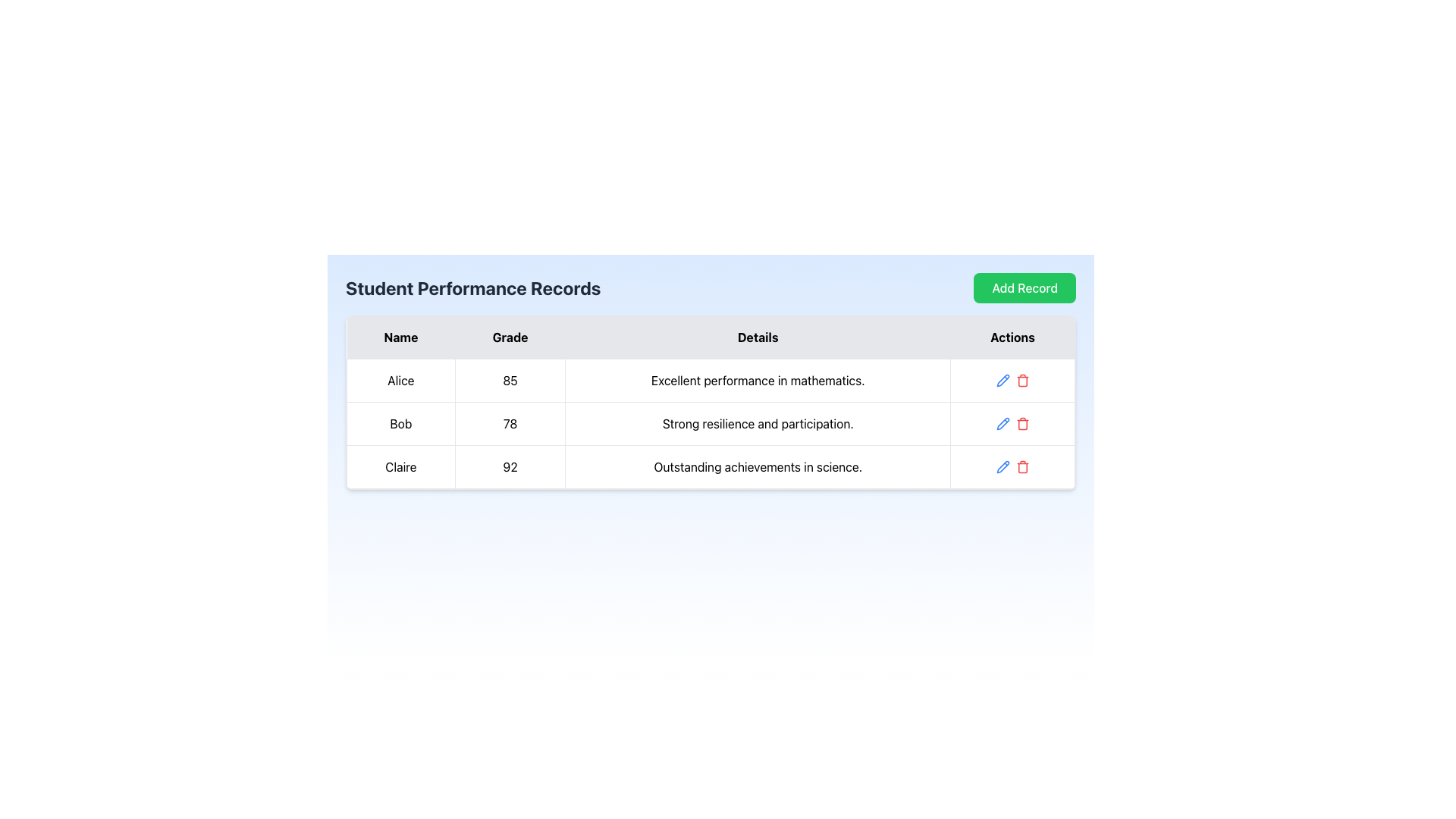 The height and width of the screenshot is (819, 1456). Describe the element at coordinates (710, 424) in the screenshot. I see `the second row in the 'Student Performance Records' table, which includes details about a specific student's name, grade, and achievements` at that location.